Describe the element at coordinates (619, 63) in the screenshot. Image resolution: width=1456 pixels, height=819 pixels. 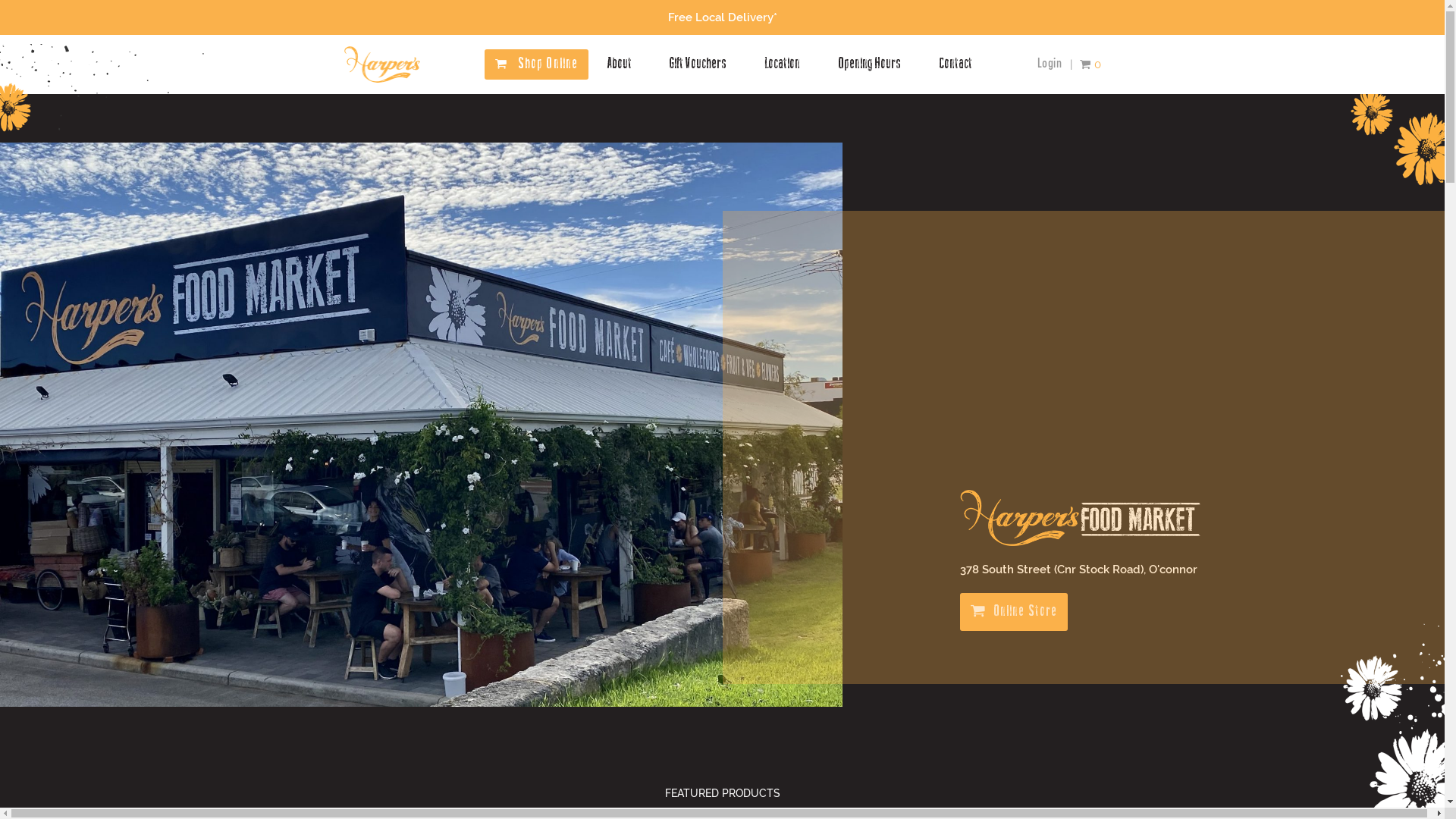
I see `'About'` at that location.